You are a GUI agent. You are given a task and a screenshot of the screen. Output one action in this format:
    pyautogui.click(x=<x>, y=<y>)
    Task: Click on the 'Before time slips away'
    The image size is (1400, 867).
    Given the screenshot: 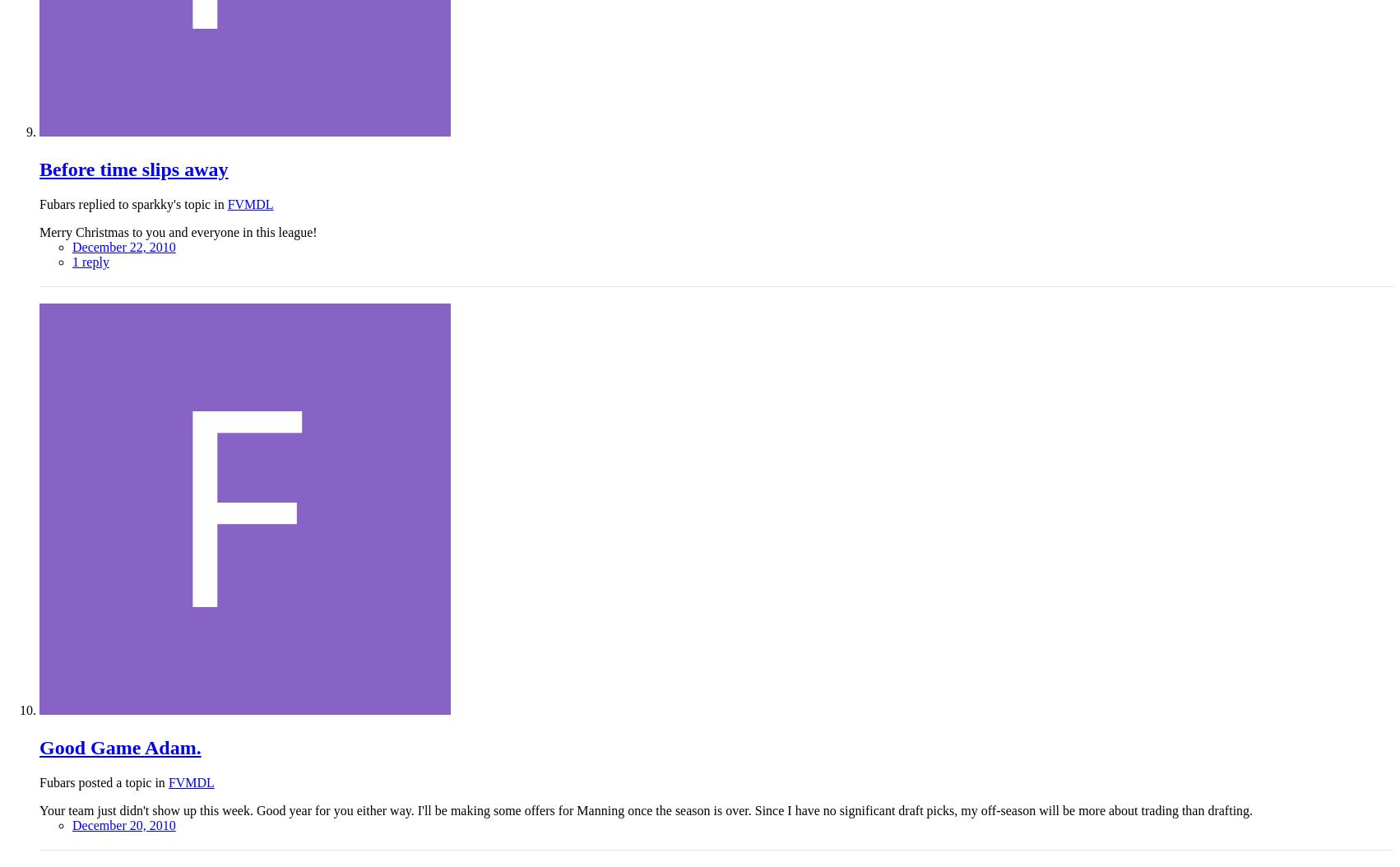 What is the action you would take?
    pyautogui.click(x=132, y=168)
    